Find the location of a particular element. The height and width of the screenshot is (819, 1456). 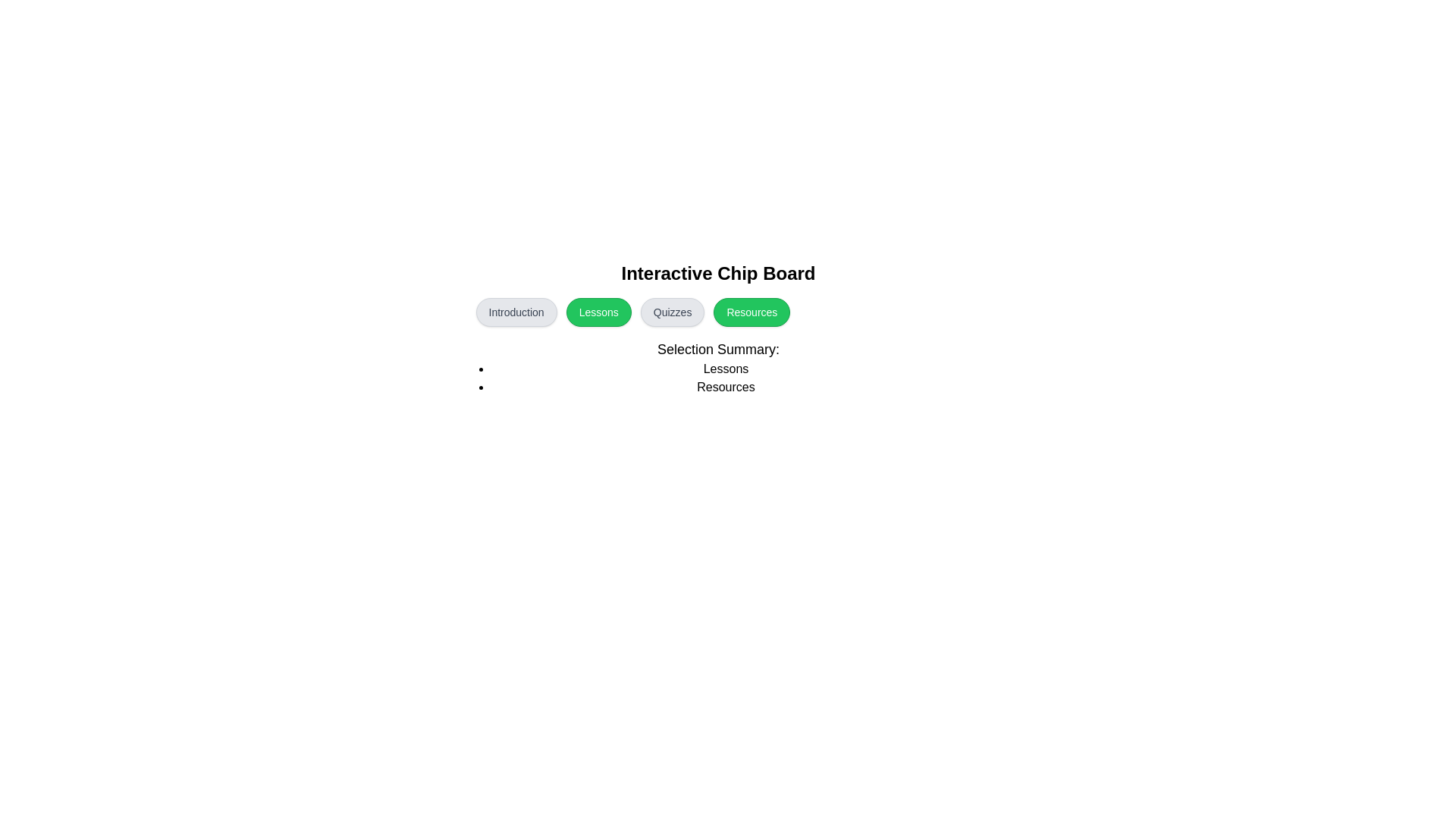

the text label displaying 'Resources' in bold black font, which is the second item in a bulleted list under 'Lessons' in the 'Selection Summary.' is located at coordinates (725, 386).